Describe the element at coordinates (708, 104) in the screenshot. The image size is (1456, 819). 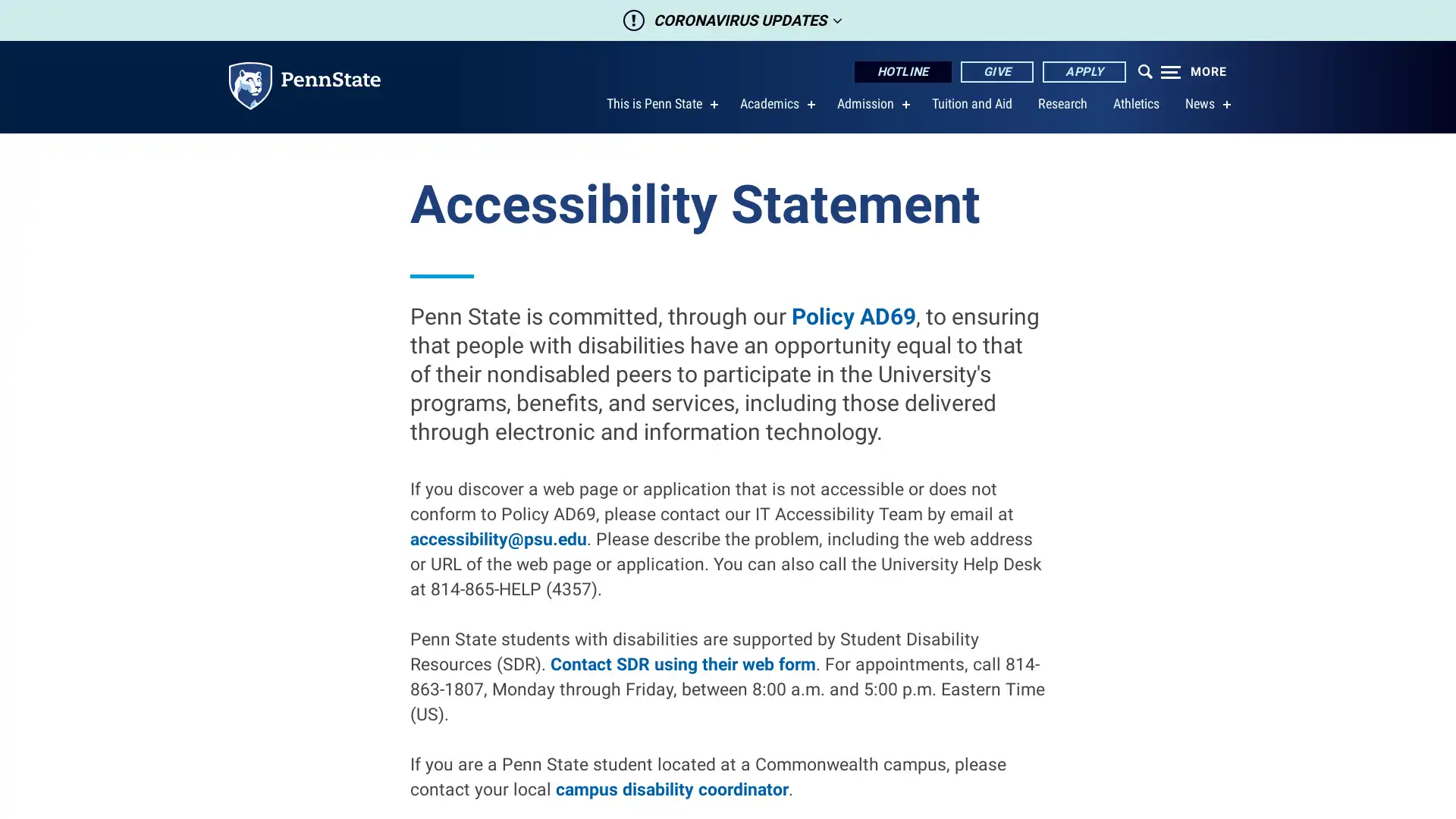
I see `show submenu for This is Penn State` at that location.